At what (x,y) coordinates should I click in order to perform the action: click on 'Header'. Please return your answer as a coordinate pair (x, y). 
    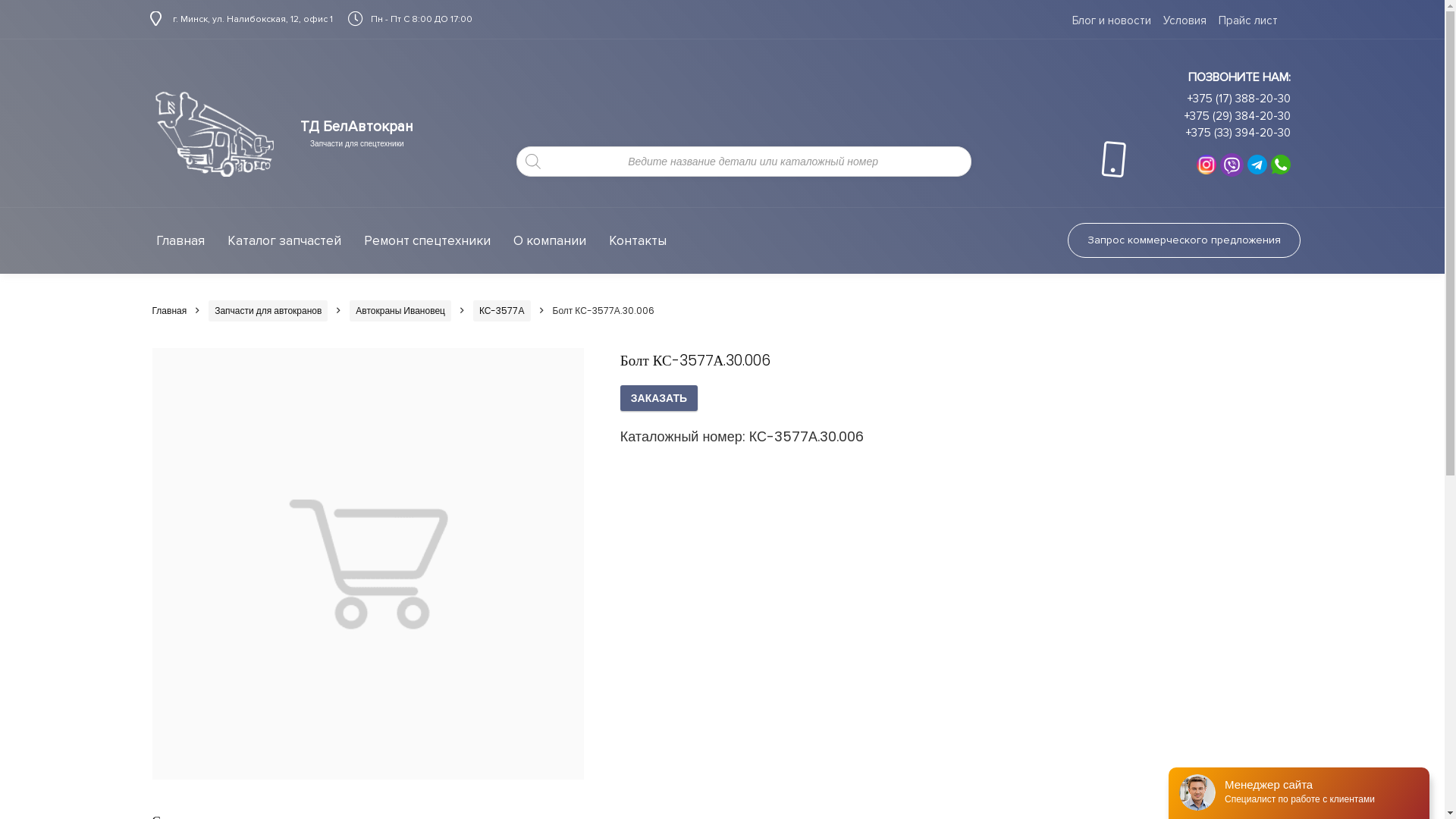
    Looking at the image, I should click on (149, 133).